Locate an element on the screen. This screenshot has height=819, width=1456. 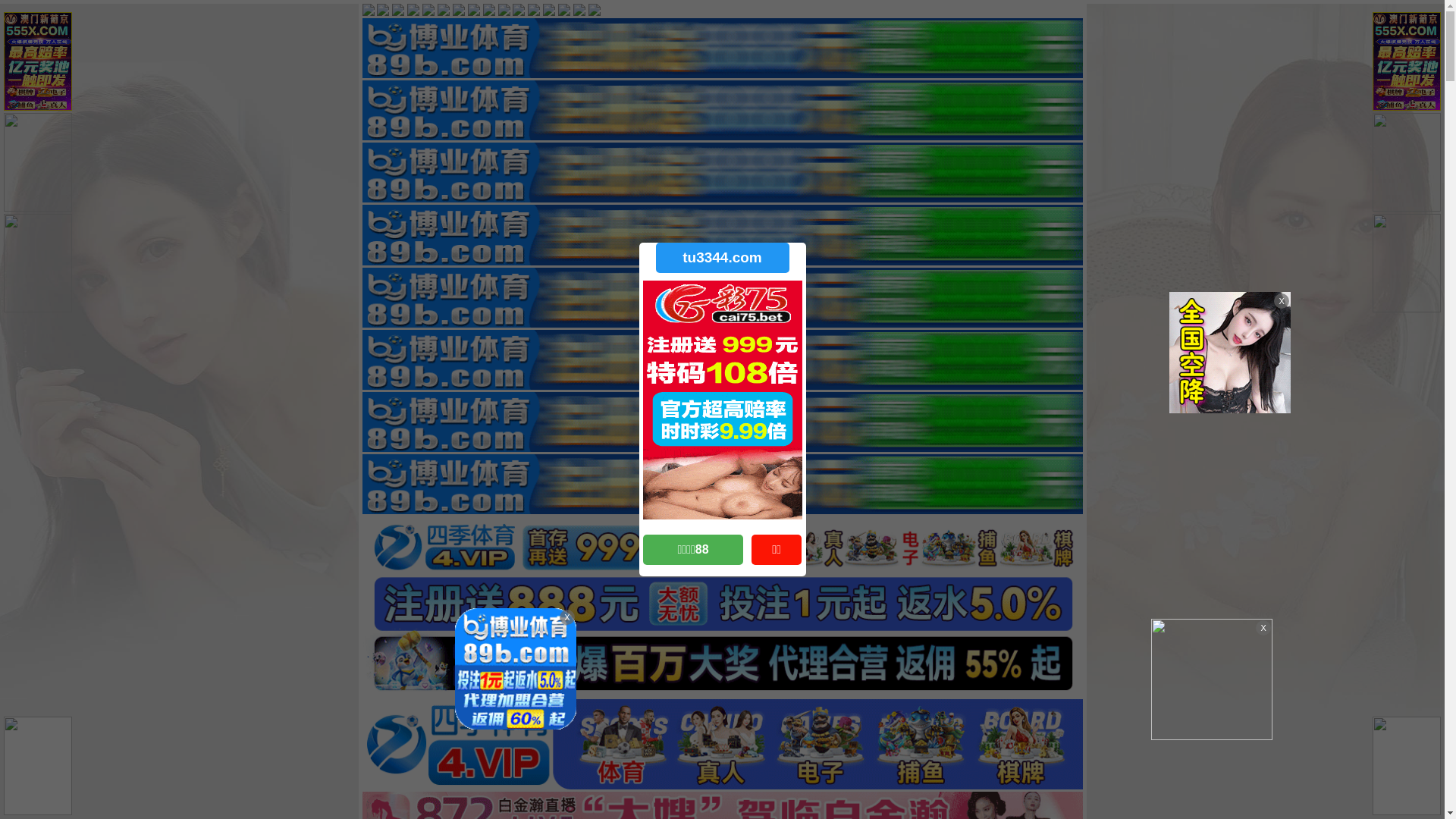
'tu3344.com' is located at coordinates (720, 256).